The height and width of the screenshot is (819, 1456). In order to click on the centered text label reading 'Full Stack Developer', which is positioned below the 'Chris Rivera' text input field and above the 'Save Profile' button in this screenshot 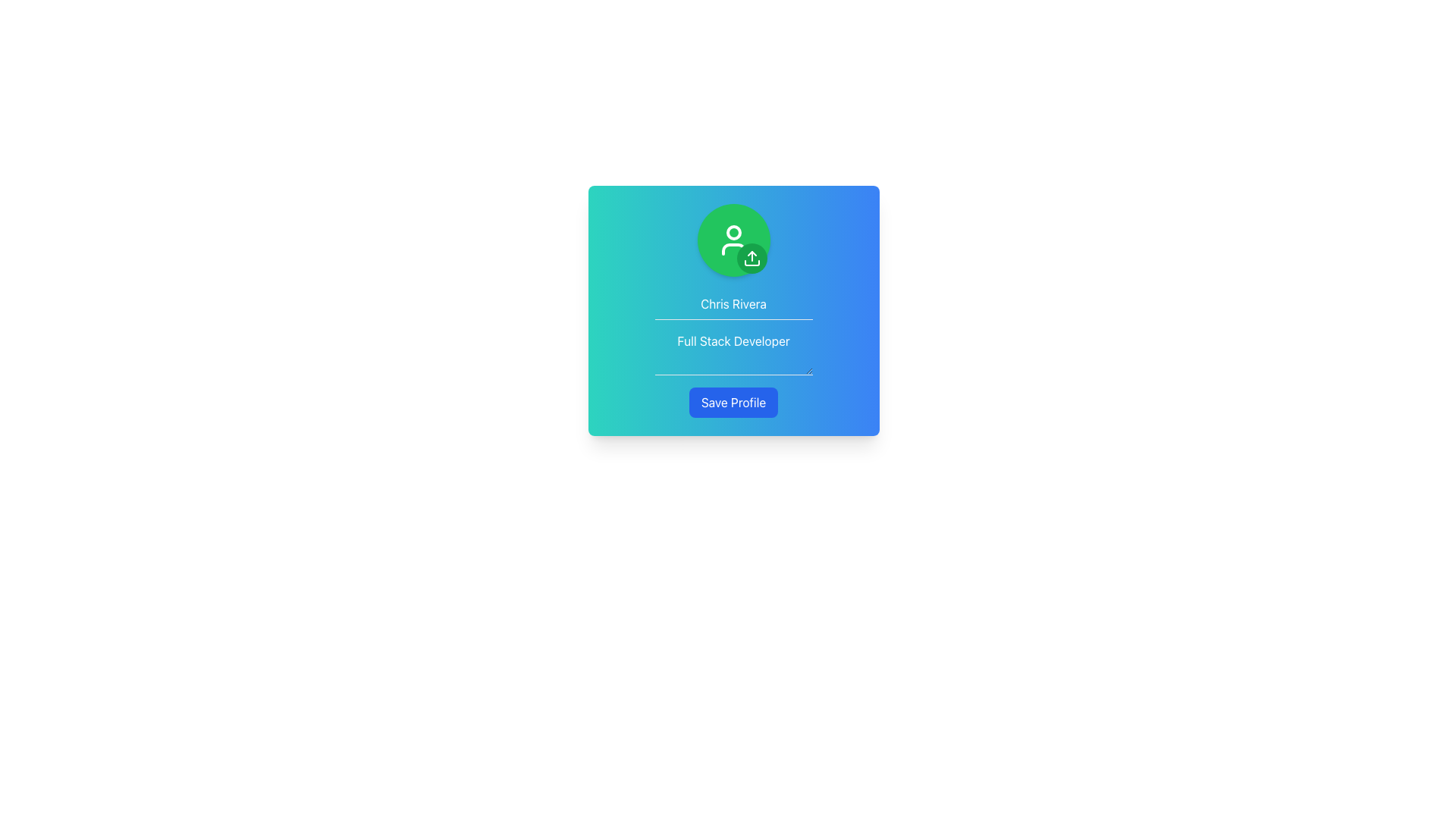, I will do `click(733, 331)`.